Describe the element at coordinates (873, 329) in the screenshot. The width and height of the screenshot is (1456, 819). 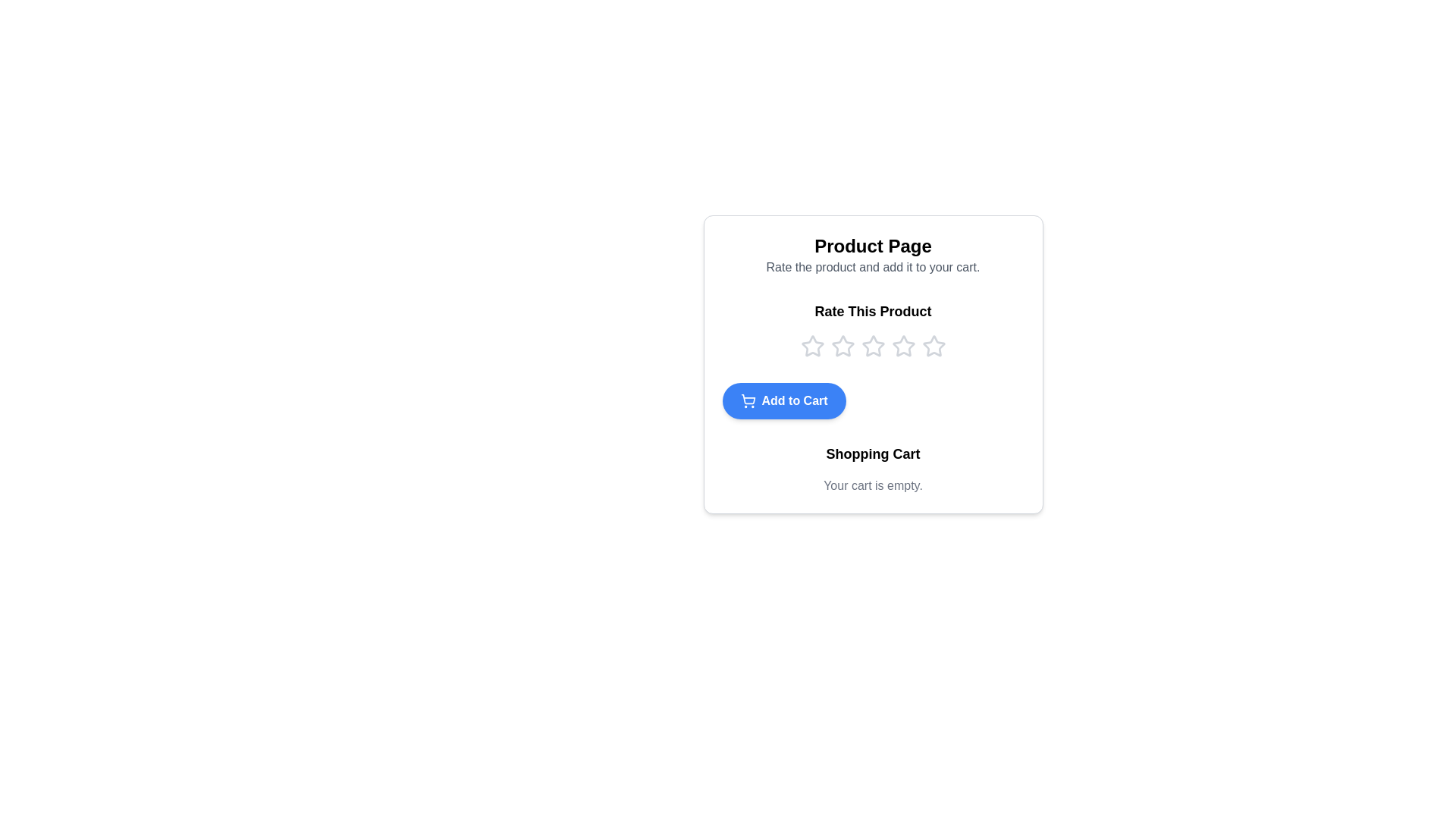
I see `the 'Rate This Product' Rating widget for keyboard interaction by moving the cursor to its center point` at that location.